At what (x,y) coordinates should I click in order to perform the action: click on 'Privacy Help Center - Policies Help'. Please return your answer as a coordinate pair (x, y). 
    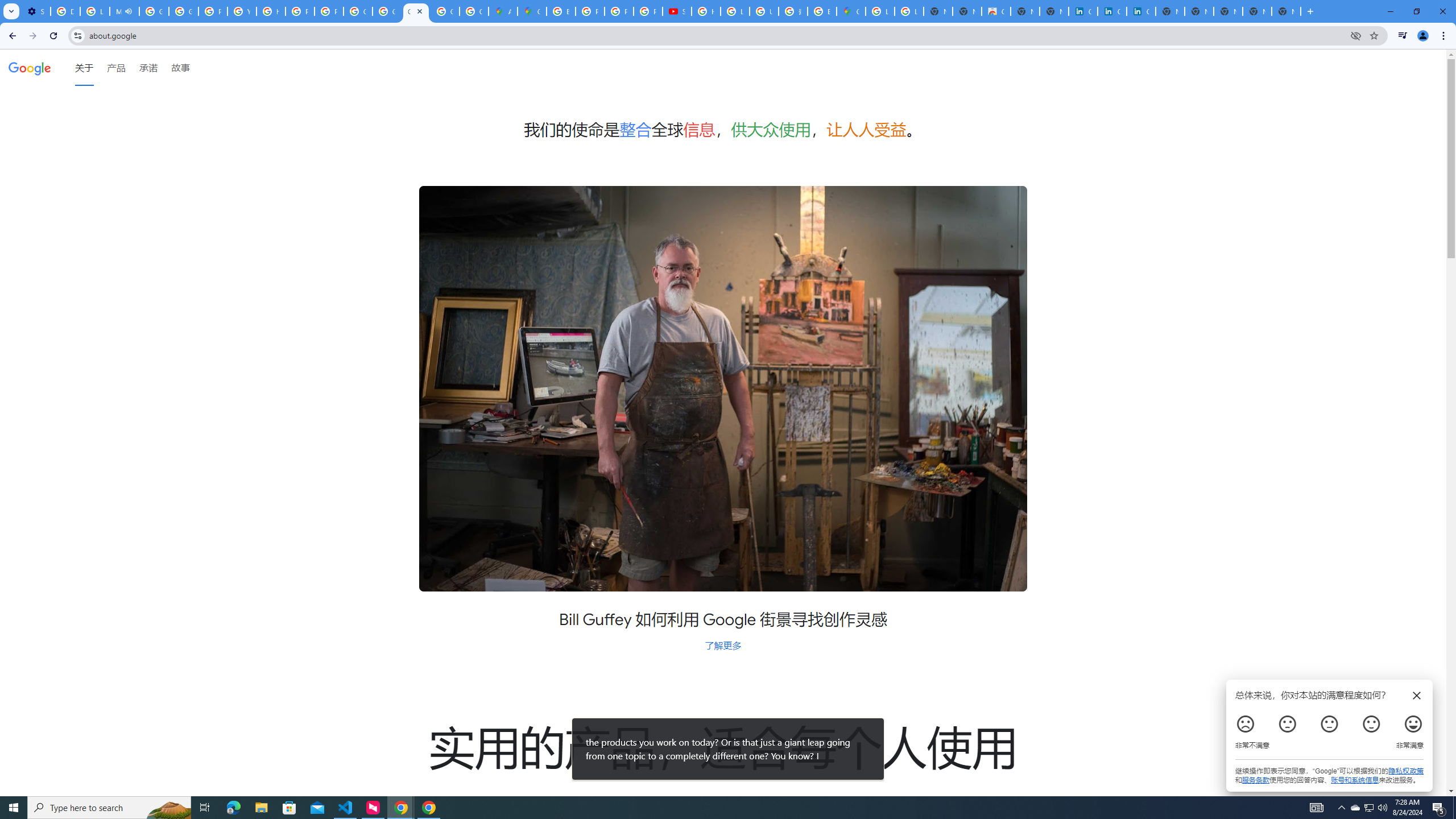
    Looking at the image, I should click on (590, 11).